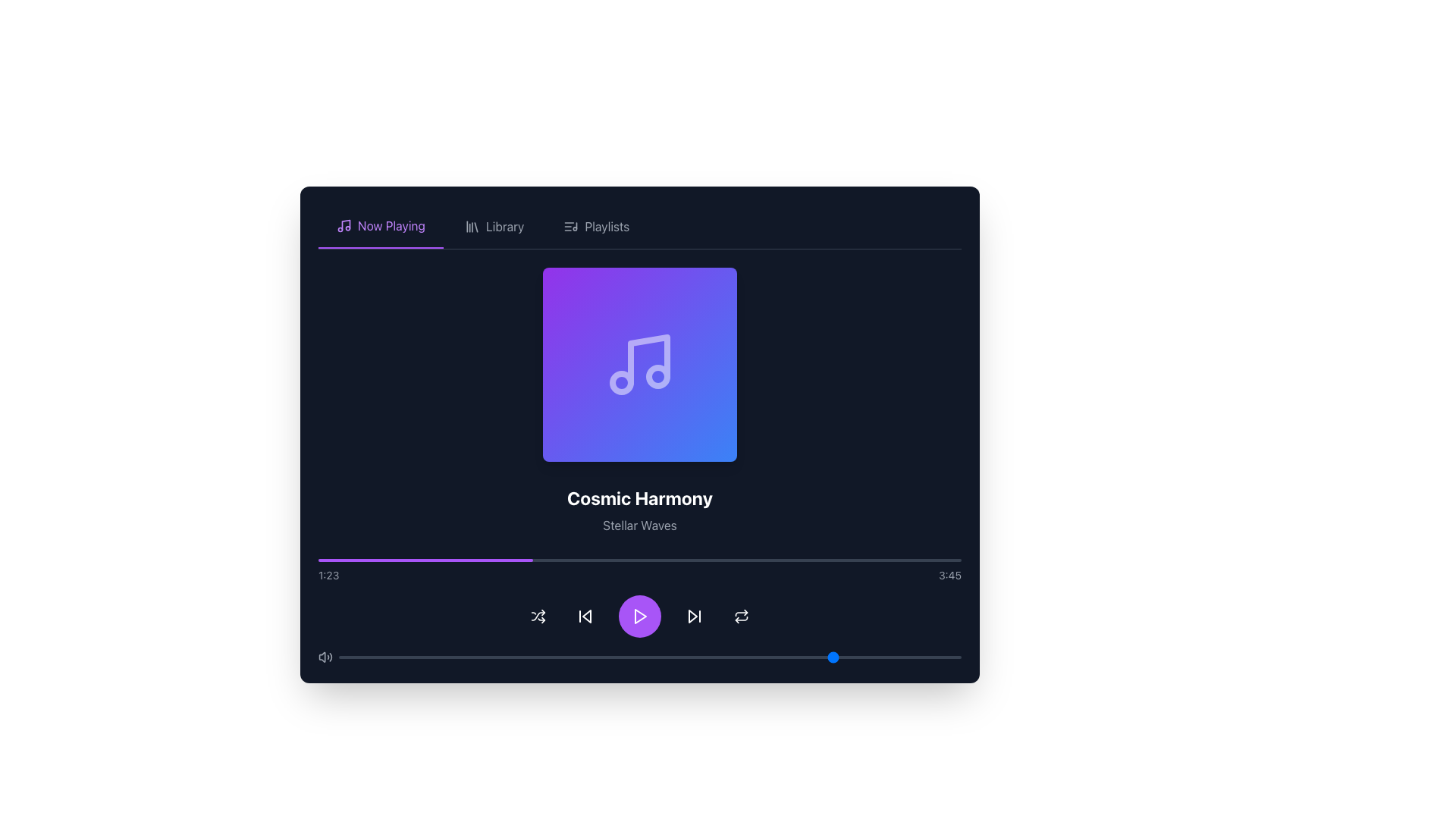  Describe the element at coordinates (640, 617) in the screenshot. I see `the centrally located Play button in the bottom control bar of the music player` at that location.